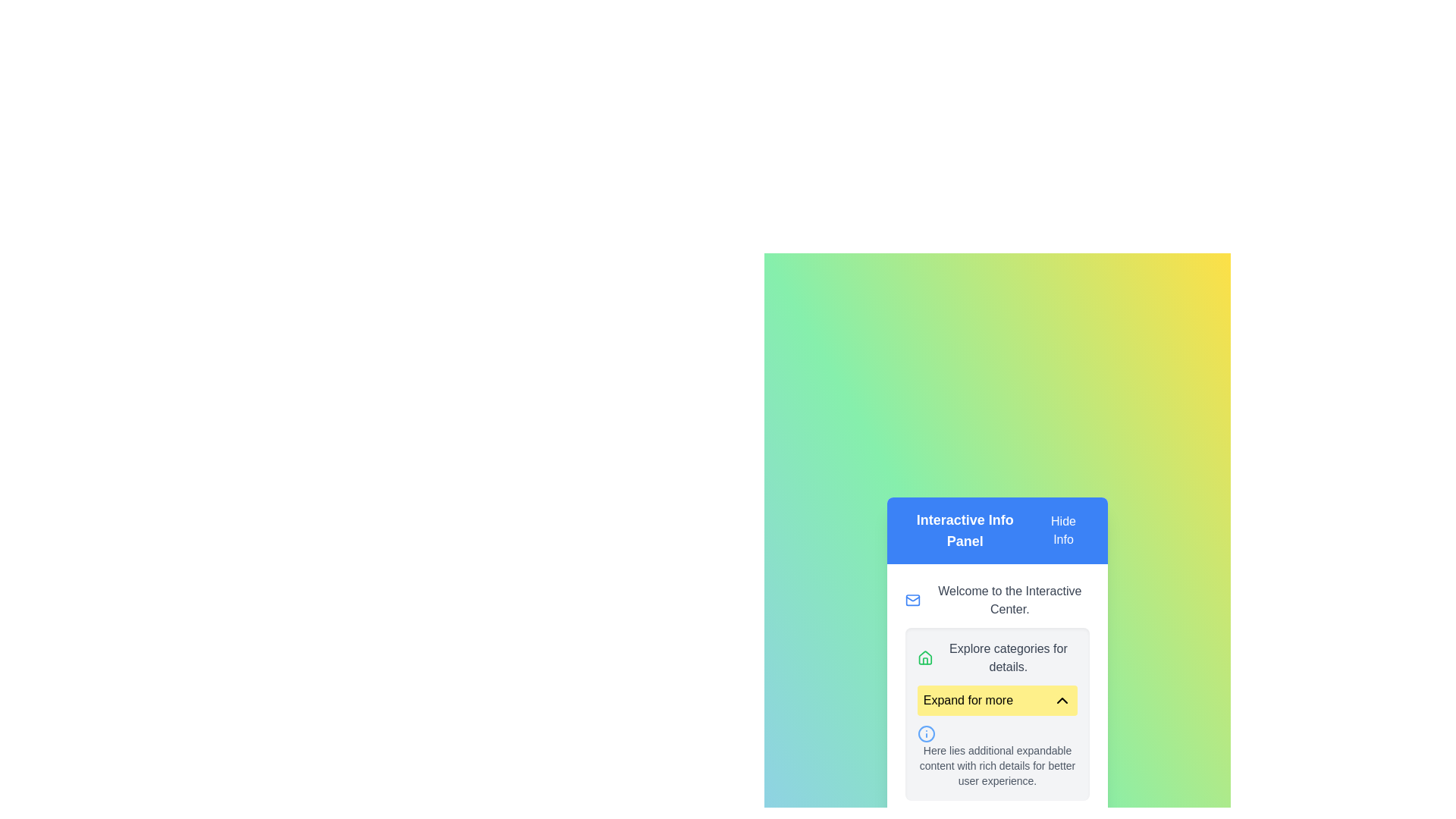  I want to click on the static text element that says 'Expand for more', which is styled in bold on a yellow background and located towards the center of the lower section of the panel, so click(967, 701).